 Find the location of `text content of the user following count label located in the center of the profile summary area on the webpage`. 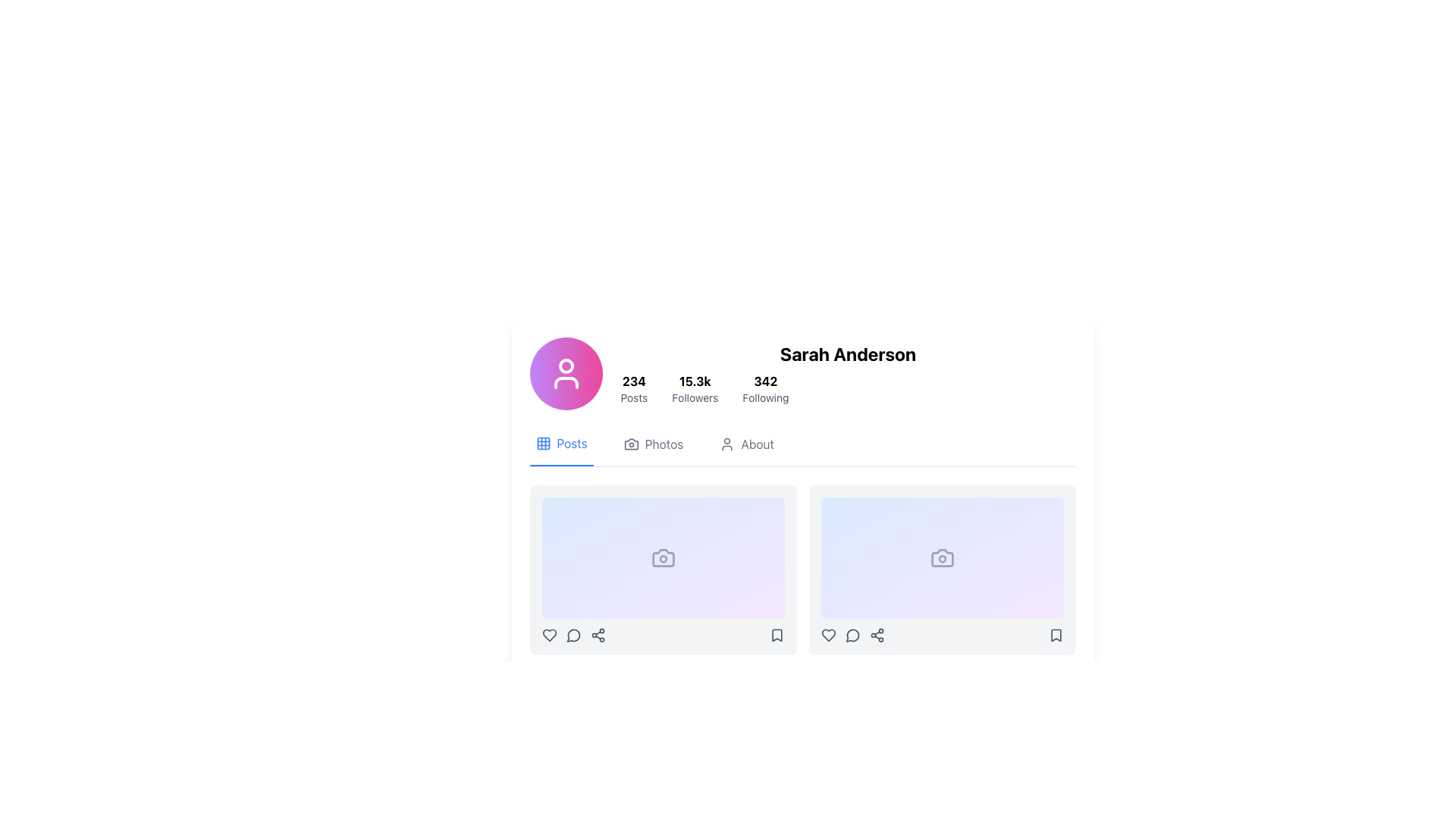

text content of the user following count label located in the center of the profile summary area on the webpage is located at coordinates (765, 380).